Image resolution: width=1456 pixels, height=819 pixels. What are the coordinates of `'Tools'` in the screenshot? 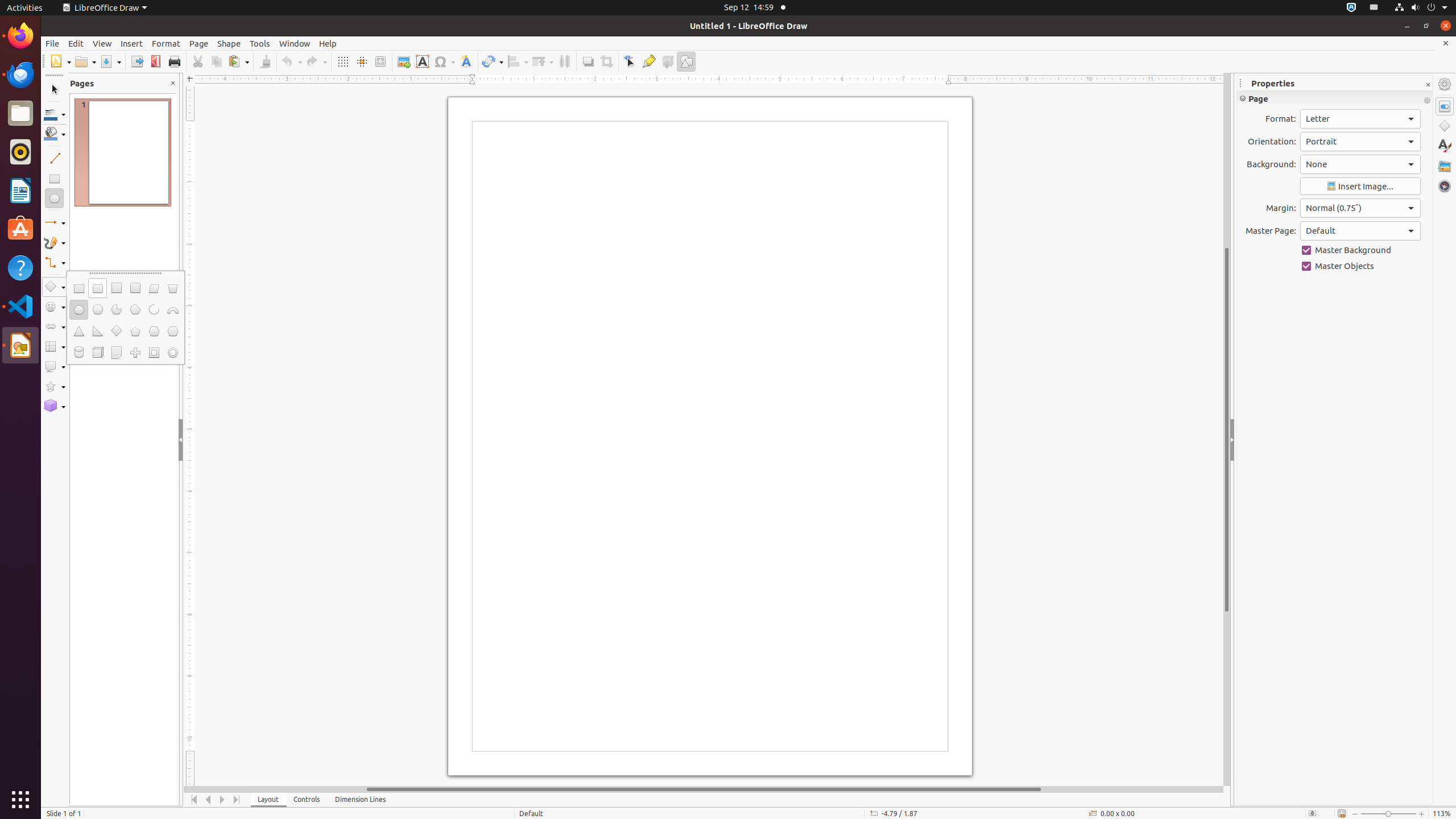 It's located at (259, 43).